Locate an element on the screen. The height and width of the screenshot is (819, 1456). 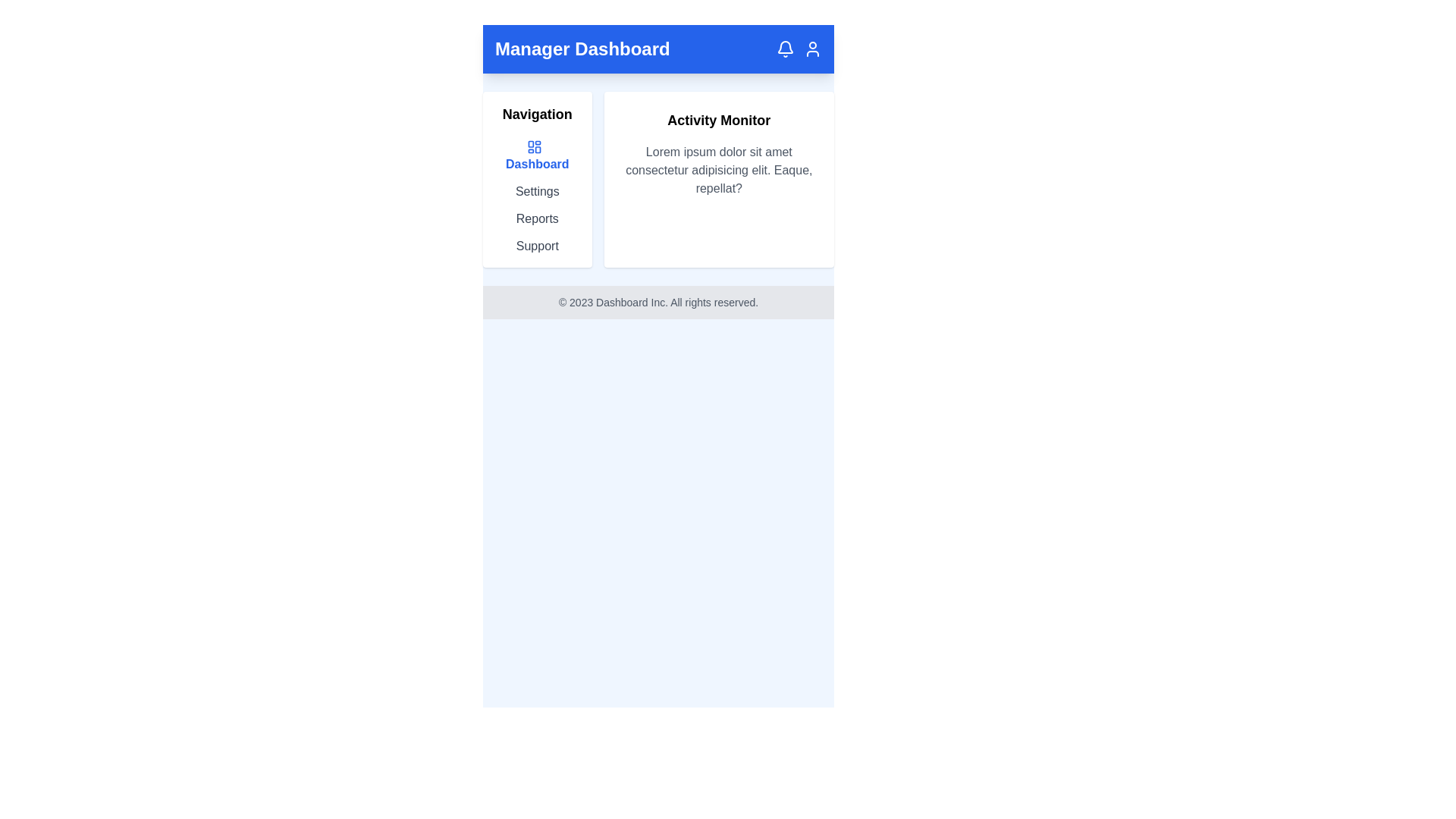
the bell icon located on the top-right section of the blue-colored header bar, which features a minimalistic design with a rounded top and flared bottom, outlined with a thin black stroke and filled with light blue color is located at coordinates (786, 46).